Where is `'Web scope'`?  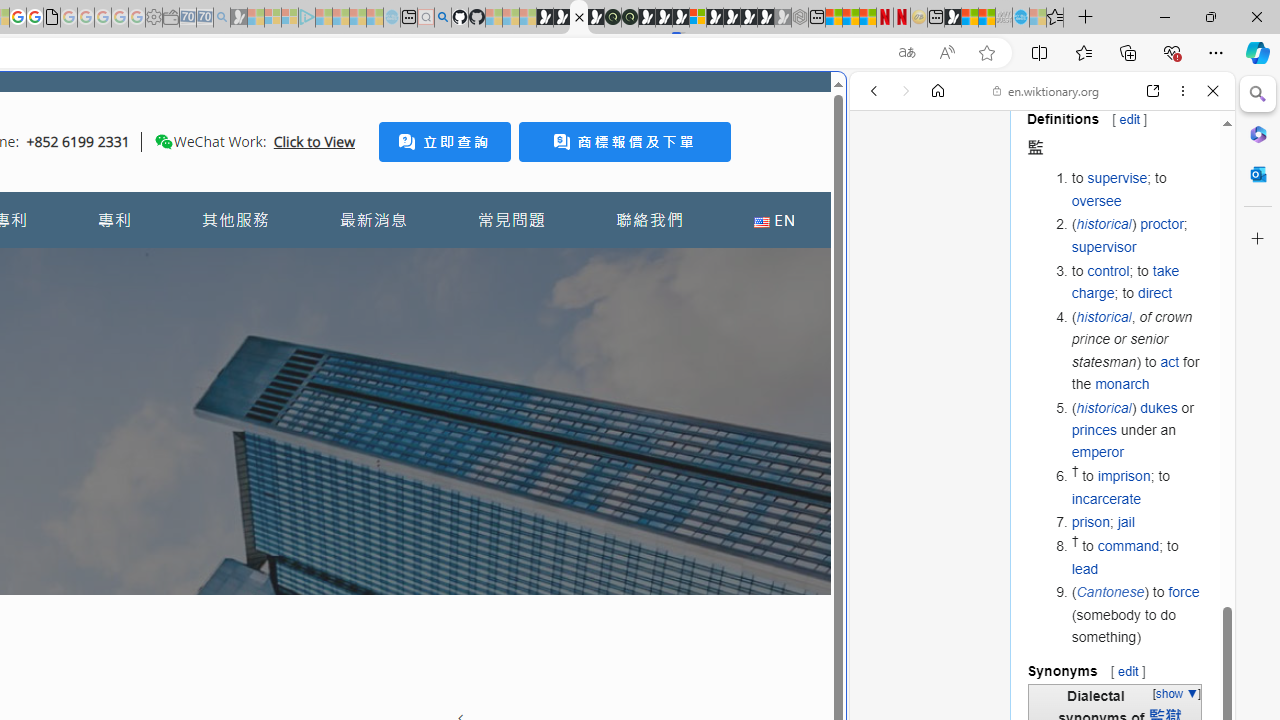 'Web scope' is located at coordinates (881, 180).